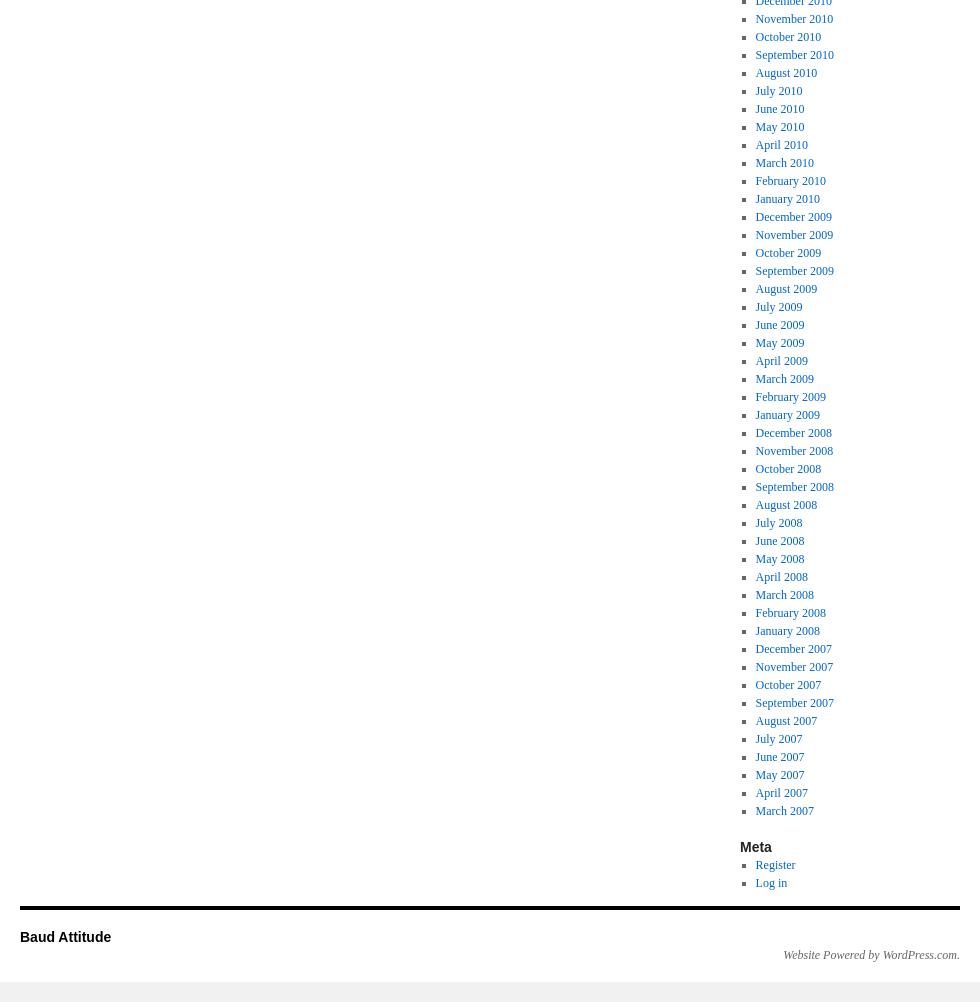 The image size is (980, 1002). Describe the element at coordinates (785, 73) in the screenshot. I see `'August 2010'` at that location.